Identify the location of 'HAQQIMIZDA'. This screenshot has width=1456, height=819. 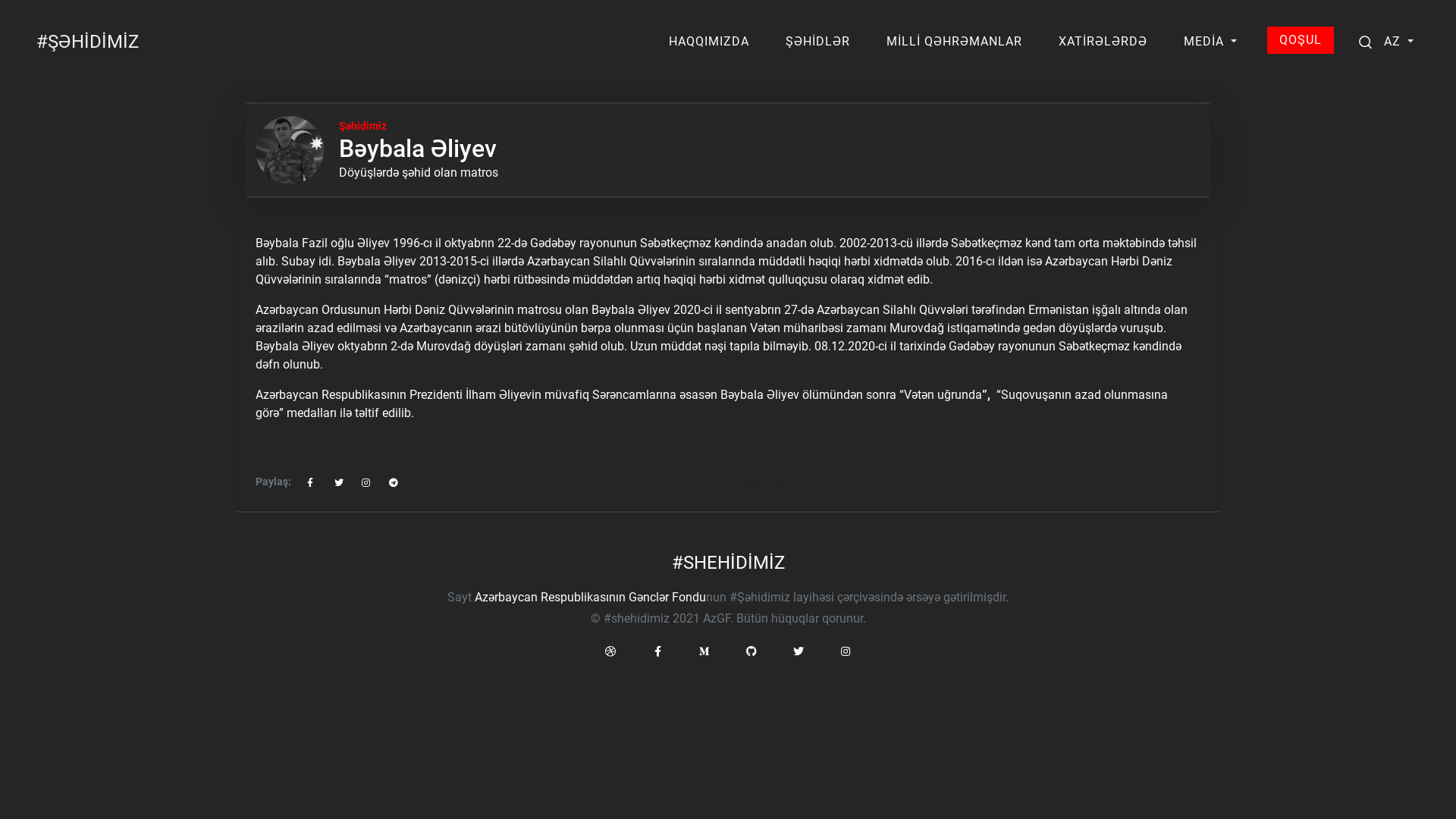
(662, 40).